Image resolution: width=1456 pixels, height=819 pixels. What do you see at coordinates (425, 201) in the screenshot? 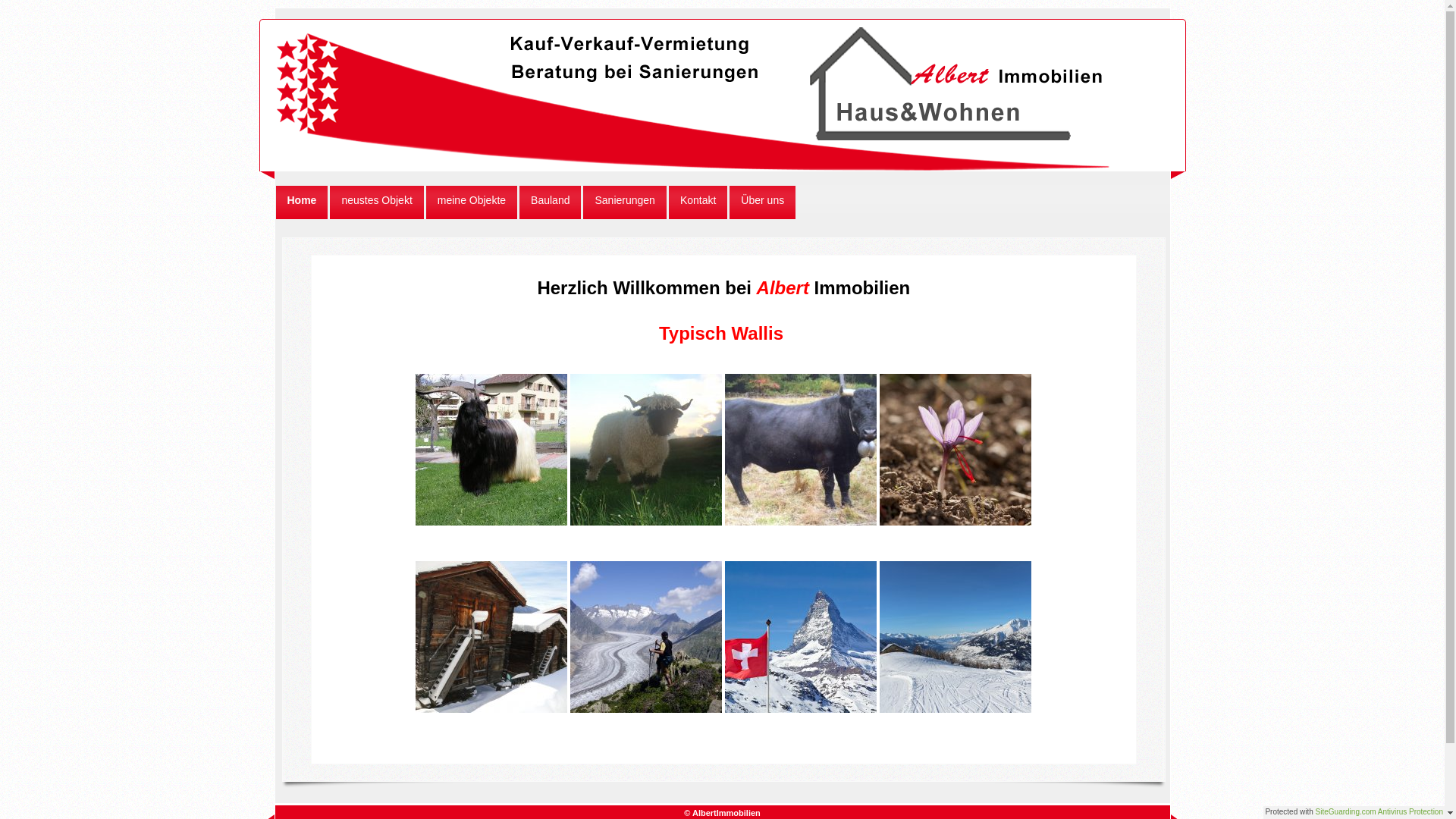
I see `'meine Objekte'` at bounding box center [425, 201].